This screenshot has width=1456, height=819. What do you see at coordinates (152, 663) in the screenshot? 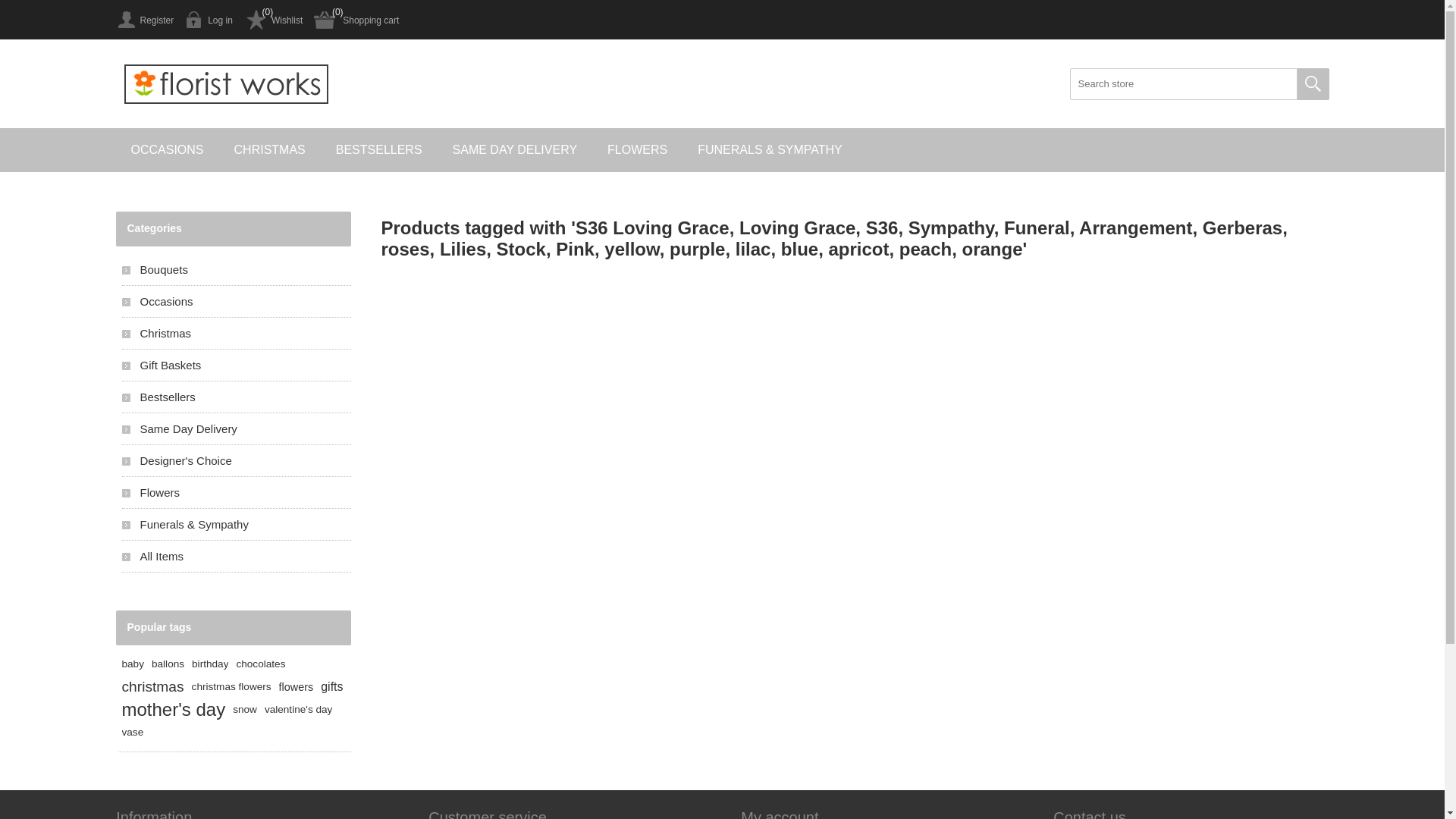
I see `'ballons'` at bounding box center [152, 663].